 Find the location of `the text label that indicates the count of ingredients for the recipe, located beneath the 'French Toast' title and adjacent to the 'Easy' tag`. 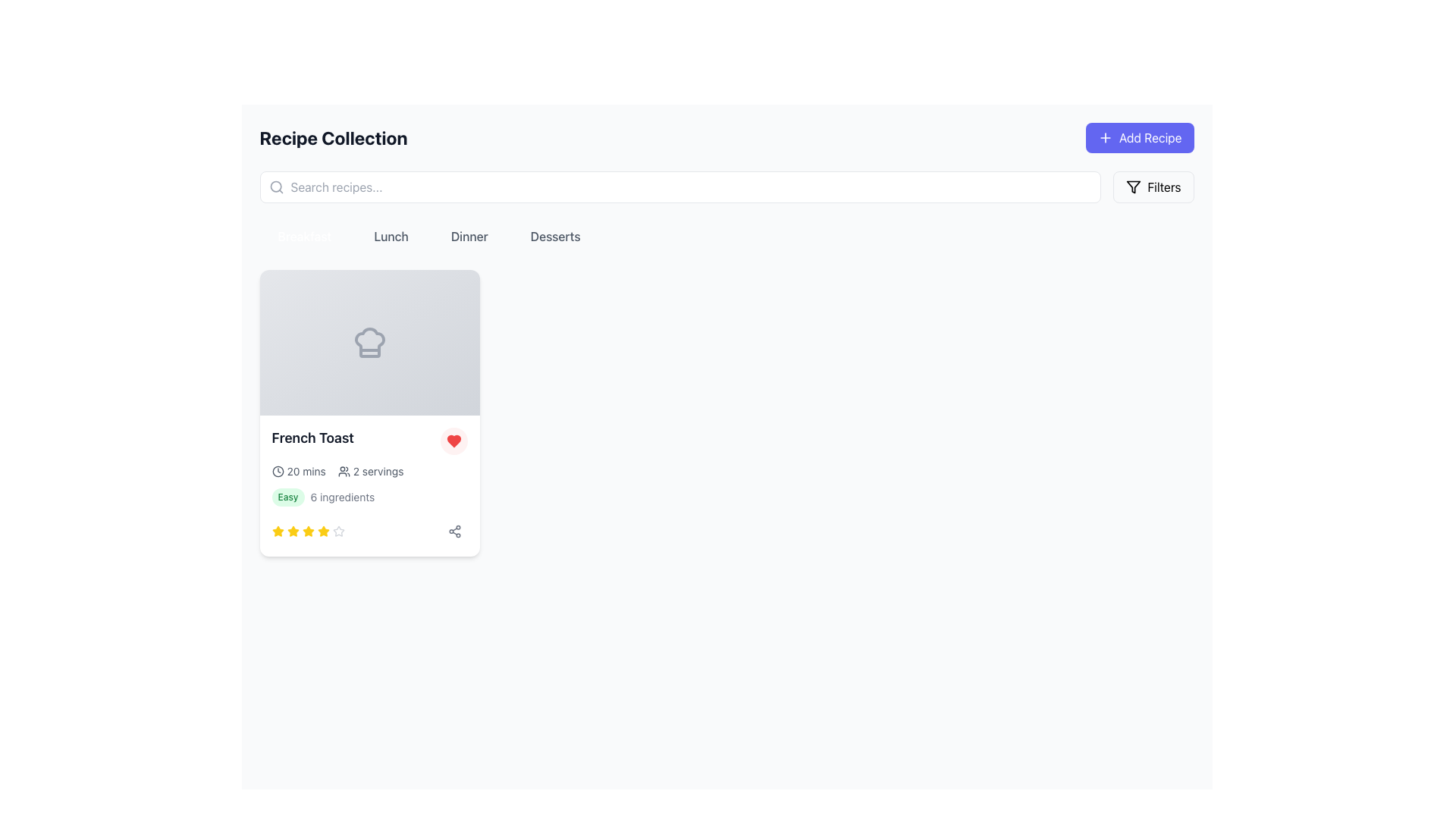

the text label that indicates the count of ingredients for the recipe, located beneath the 'French Toast' title and adjacent to the 'Easy' tag is located at coordinates (341, 497).